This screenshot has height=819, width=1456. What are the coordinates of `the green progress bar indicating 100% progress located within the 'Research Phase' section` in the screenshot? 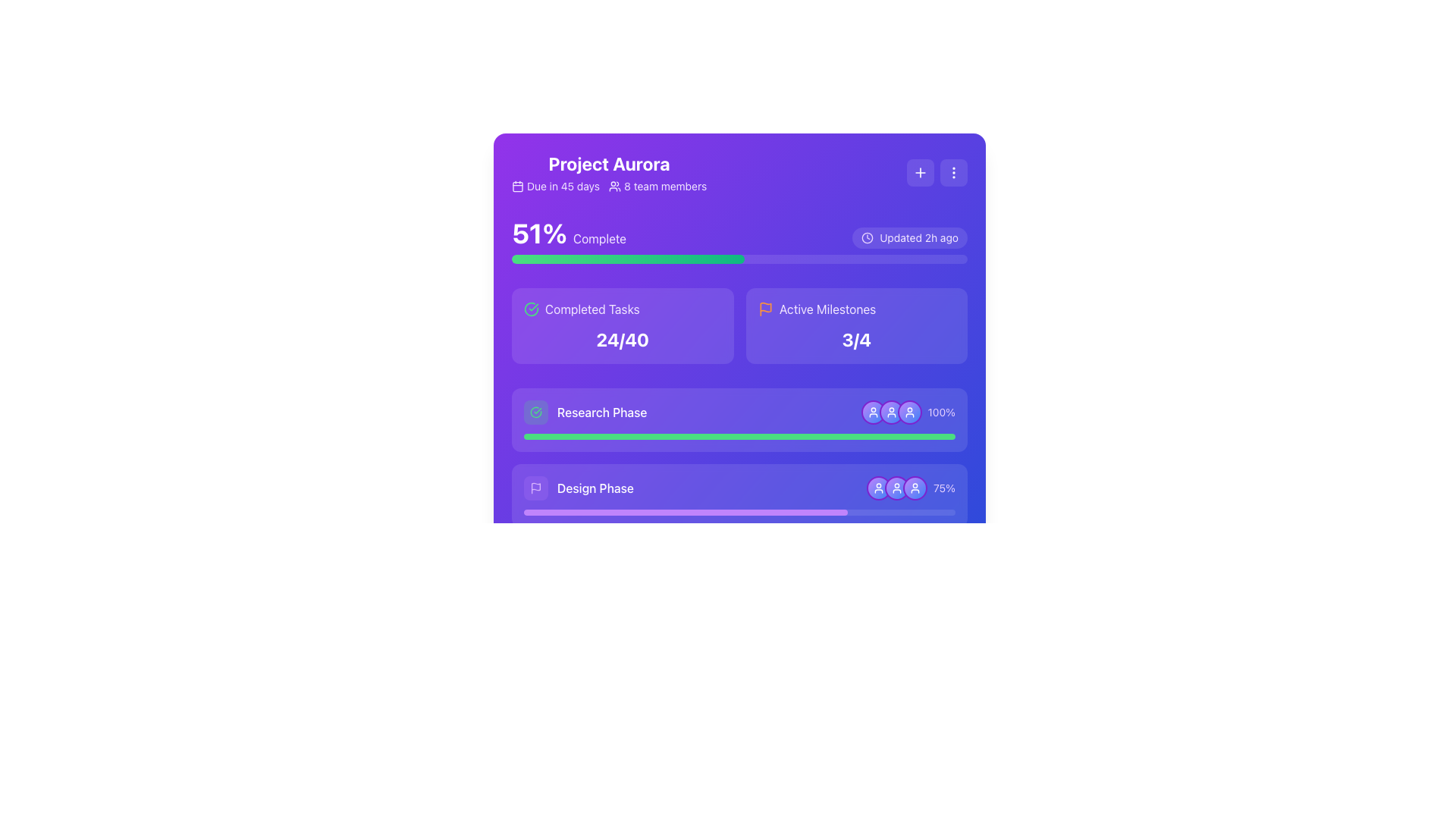 It's located at (739, 436).